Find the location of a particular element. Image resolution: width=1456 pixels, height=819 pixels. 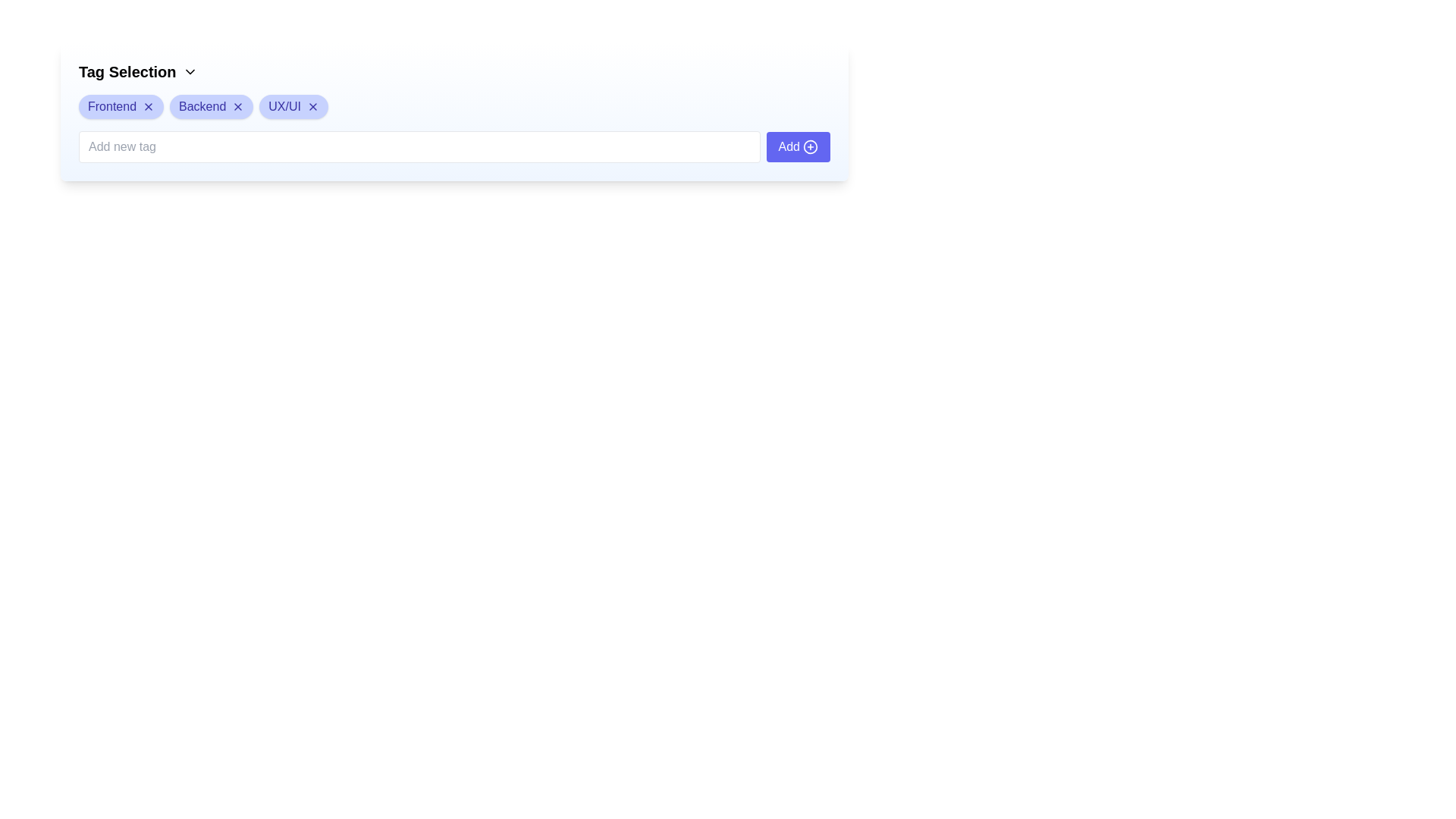

the third rounded rectangular tag with a light indigo background and darker indigo text displaying 'UX/UI', located in the 'Tag Selection' section is located at coordinates (293, 106).